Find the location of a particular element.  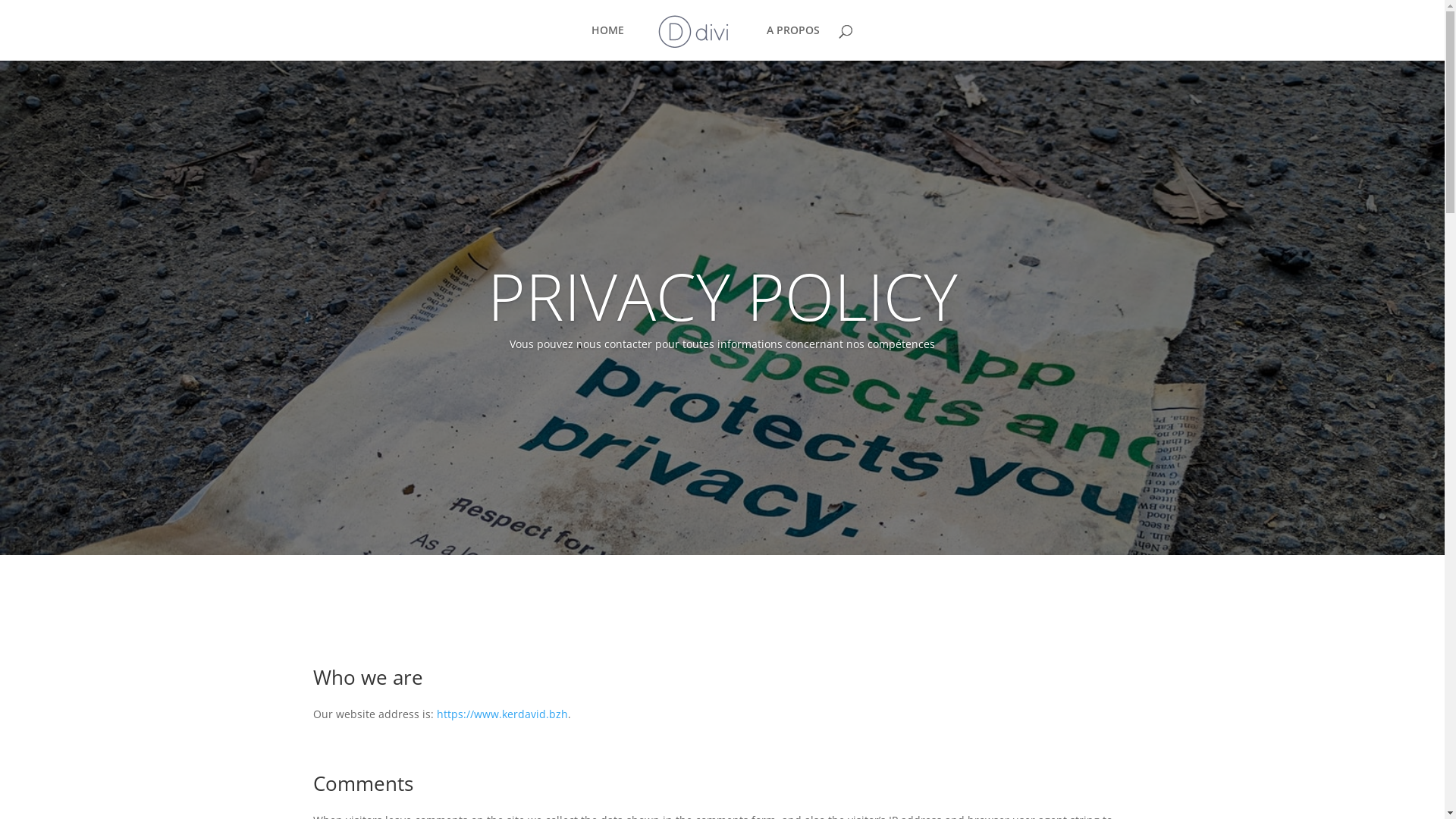

'A PROPOS' is located at coordinates (792, 42).